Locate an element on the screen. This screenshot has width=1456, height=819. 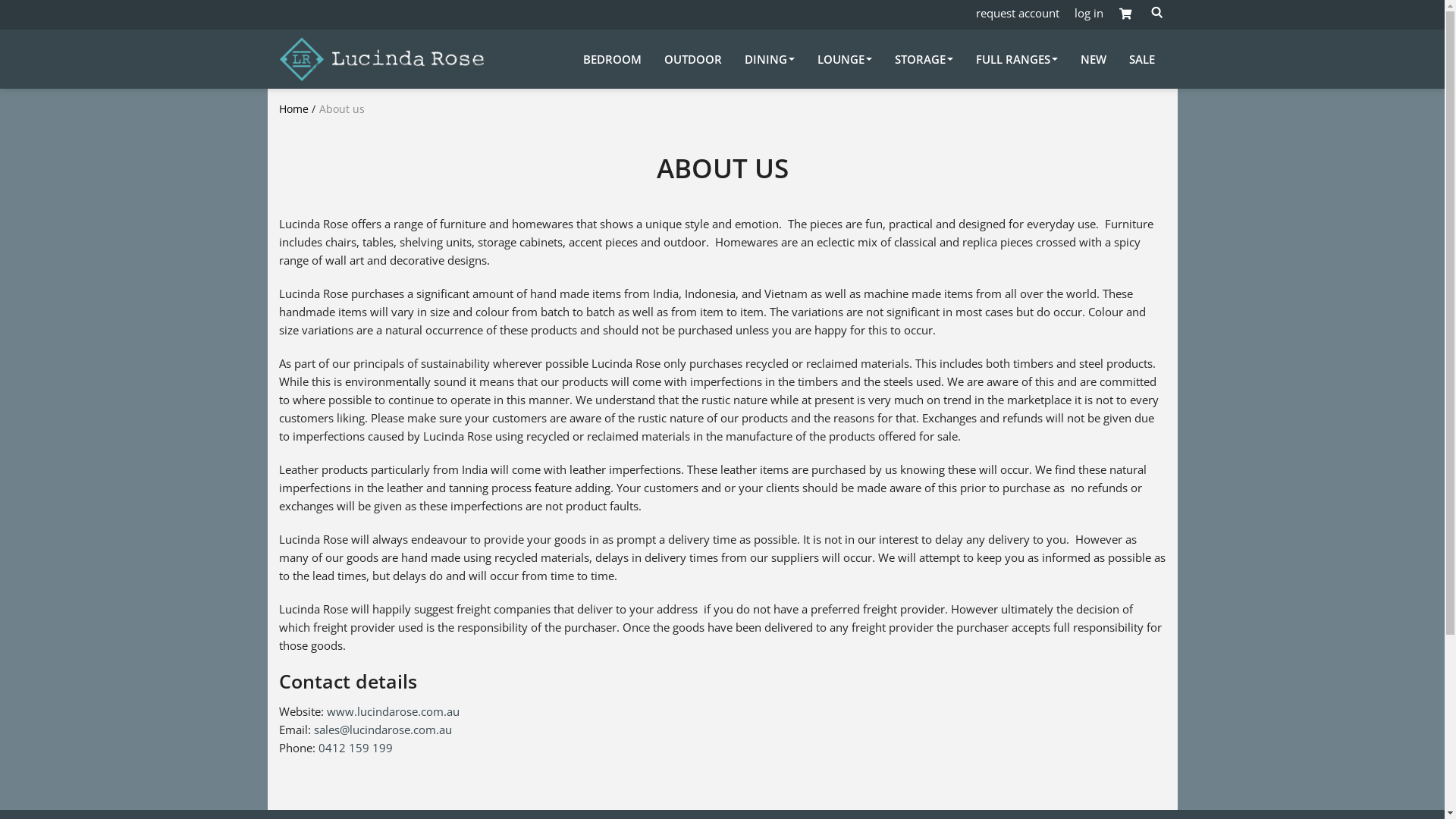
'Shopping cart button' is located at coordinates (1125, 14).